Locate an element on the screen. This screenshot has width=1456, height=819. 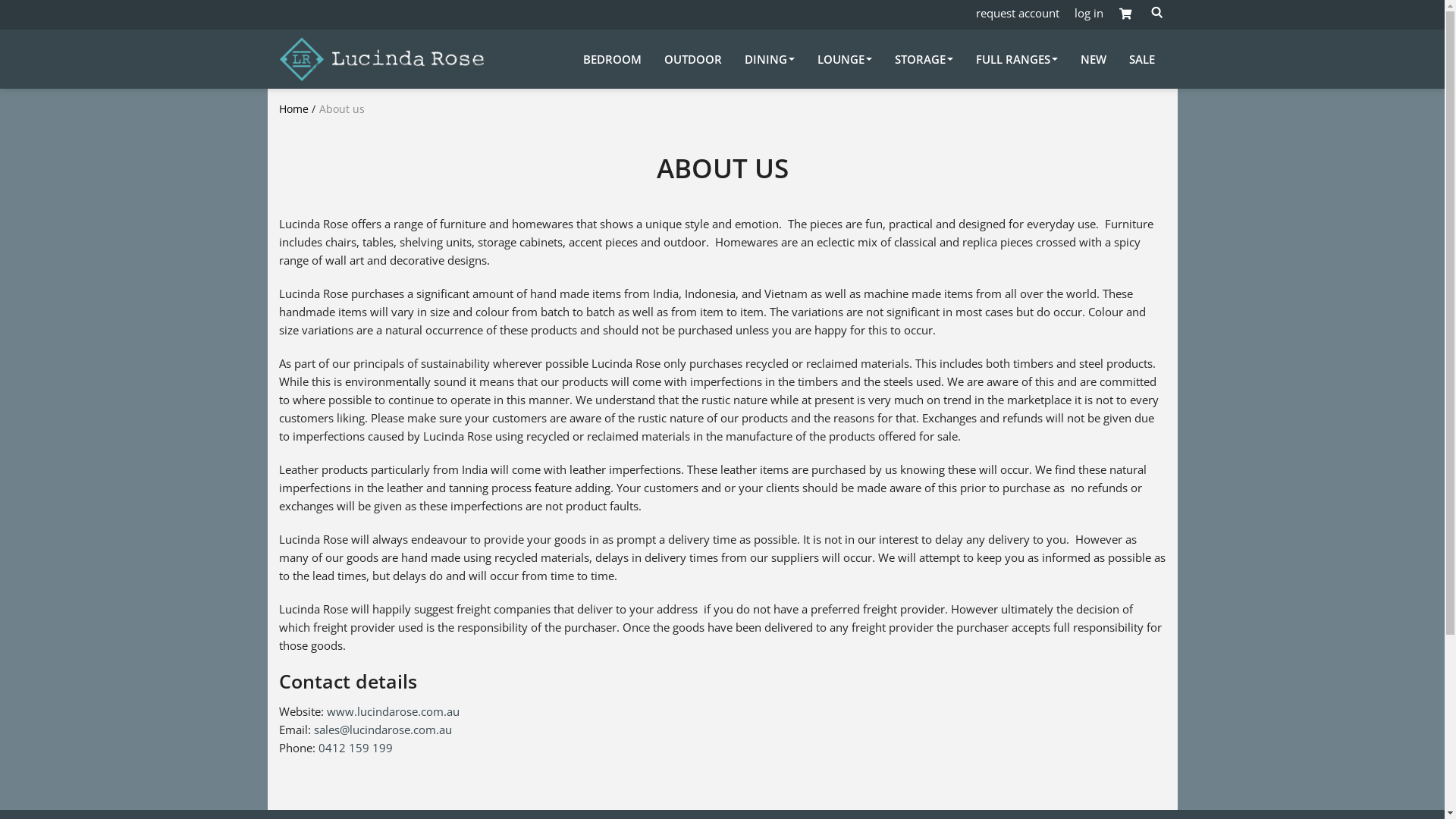
'Shopping cart button' is located at coordinates (1125, 14).